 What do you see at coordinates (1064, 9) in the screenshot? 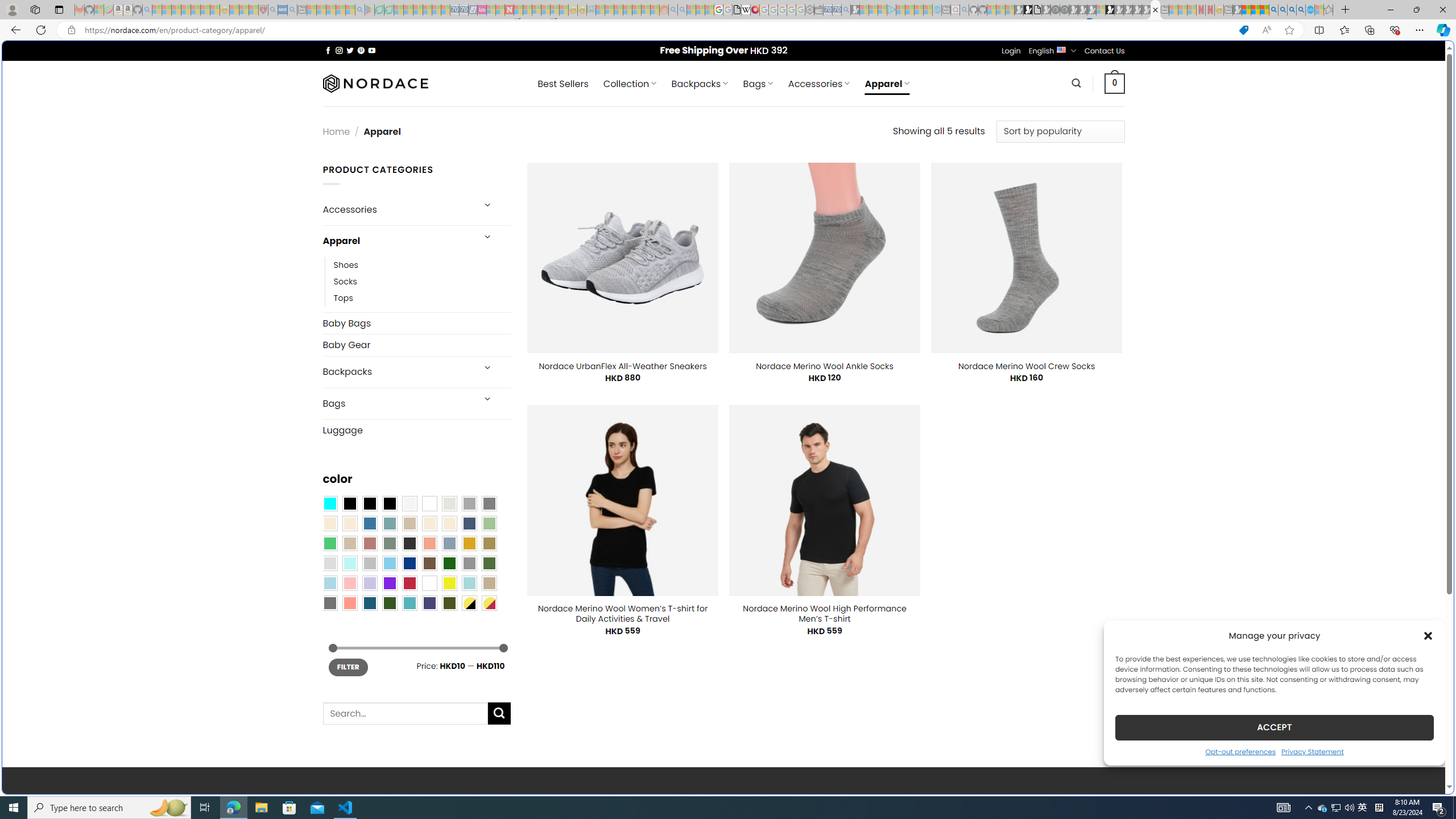
I see `'Future Focus Report 2024 - Sleeping'` at bounding box center [1064, 9].